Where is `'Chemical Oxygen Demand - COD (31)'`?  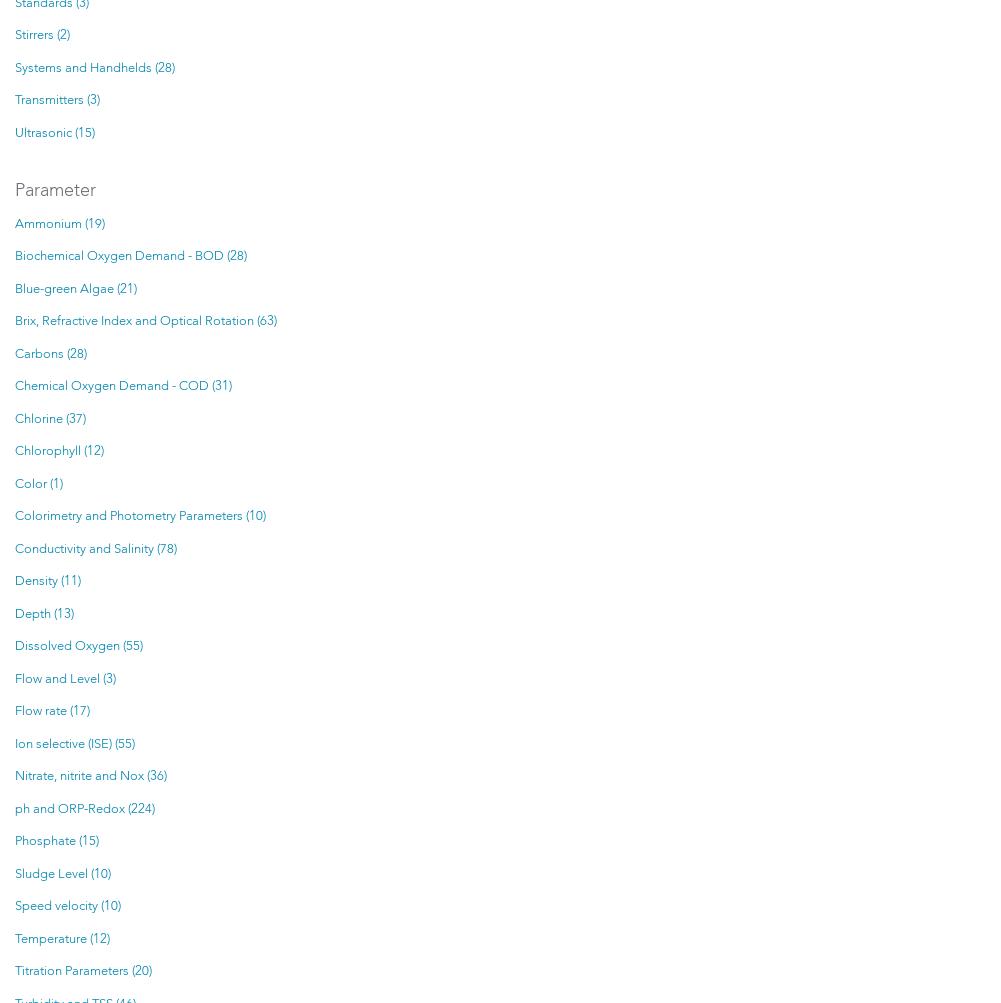
'Chemical Oxygen Demand - COD (31)' is located at coordinates (122, 385).